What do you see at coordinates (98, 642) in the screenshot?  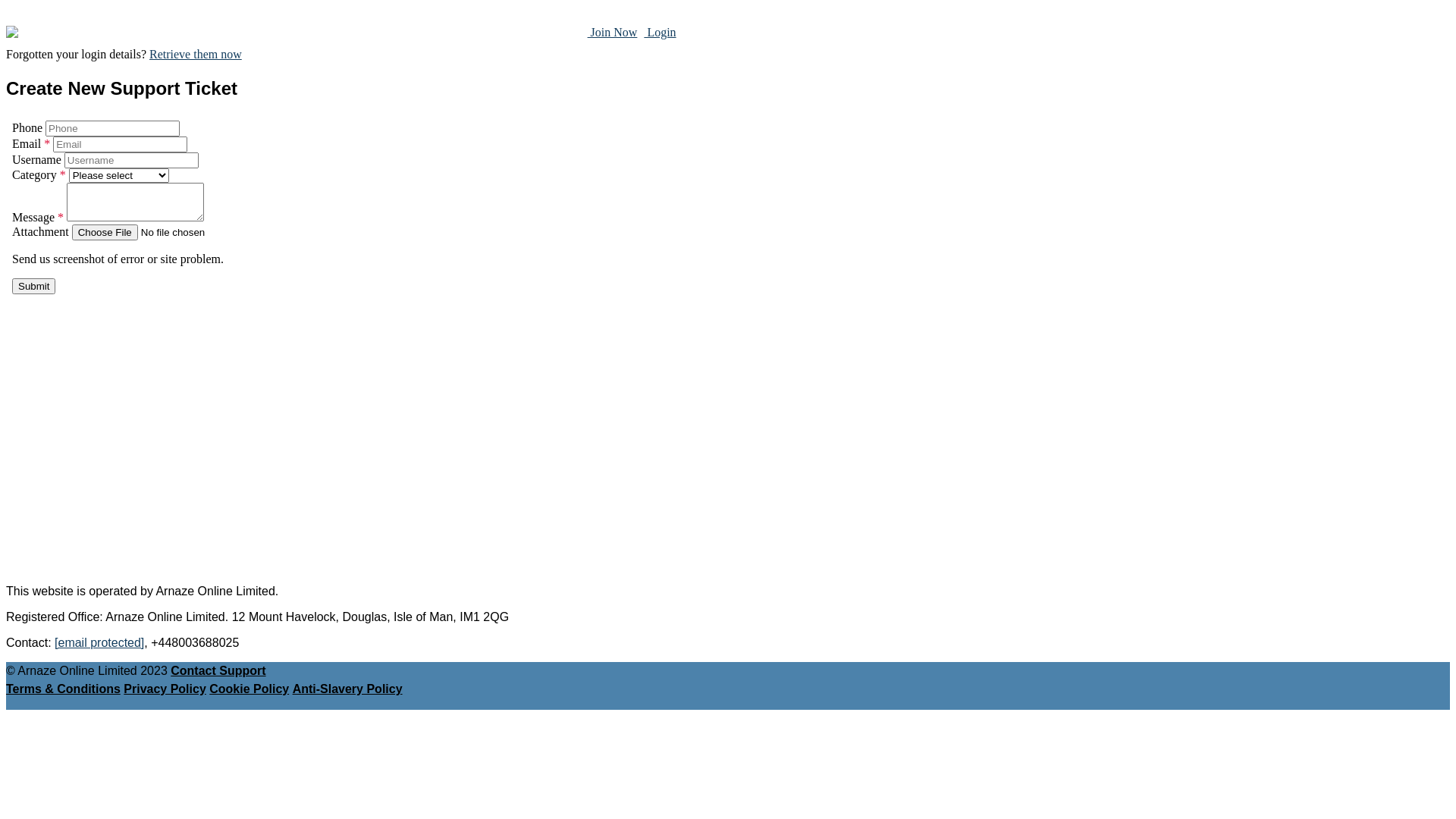 I see `'[email protected]'` at bounding box center [98, 642].